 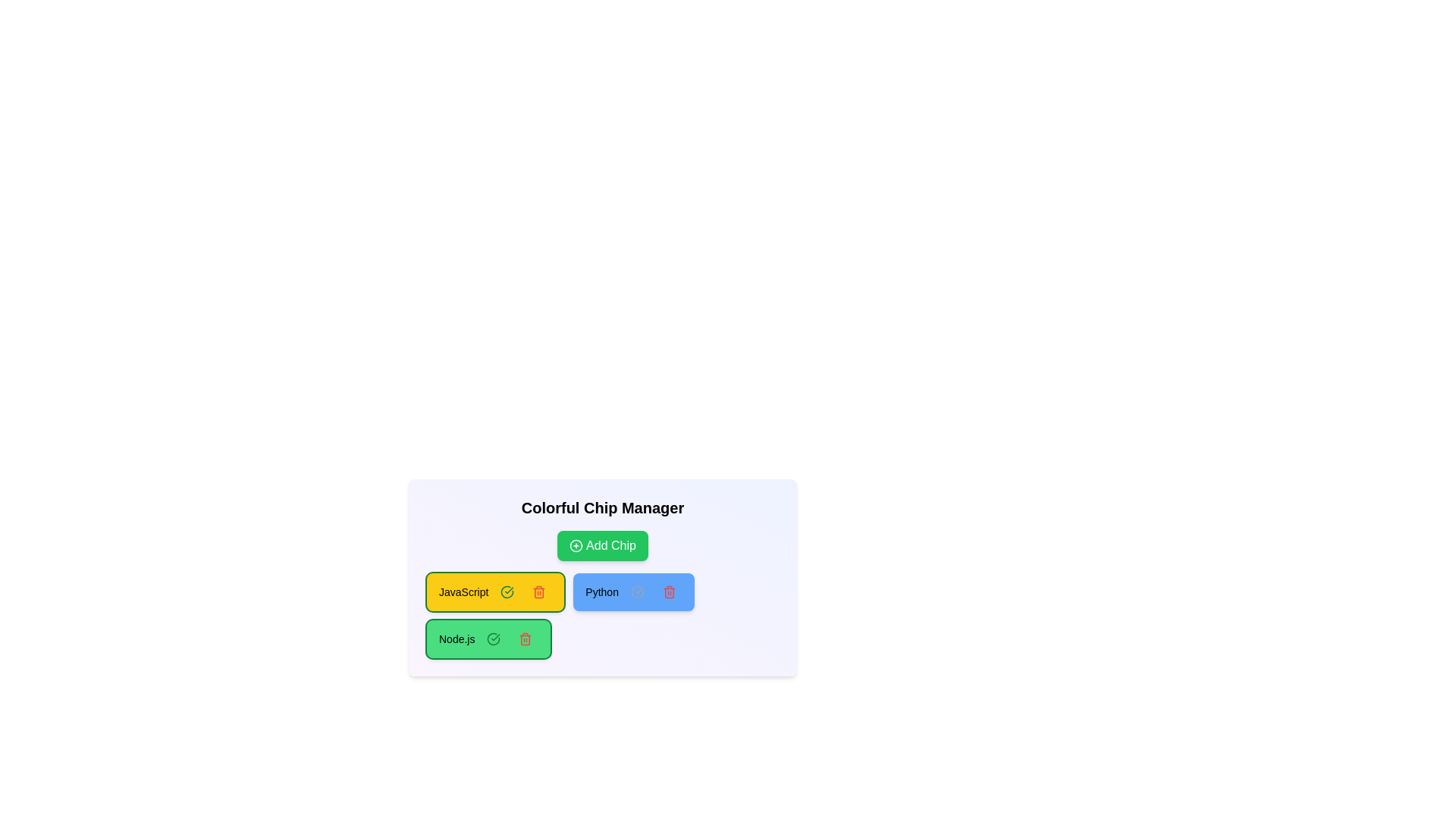 What do you see at coordinates (494, 639) in the screenshot?
I see `the chip labeled Node.js by clicking its toggle button` at bounding box center [494, 639].